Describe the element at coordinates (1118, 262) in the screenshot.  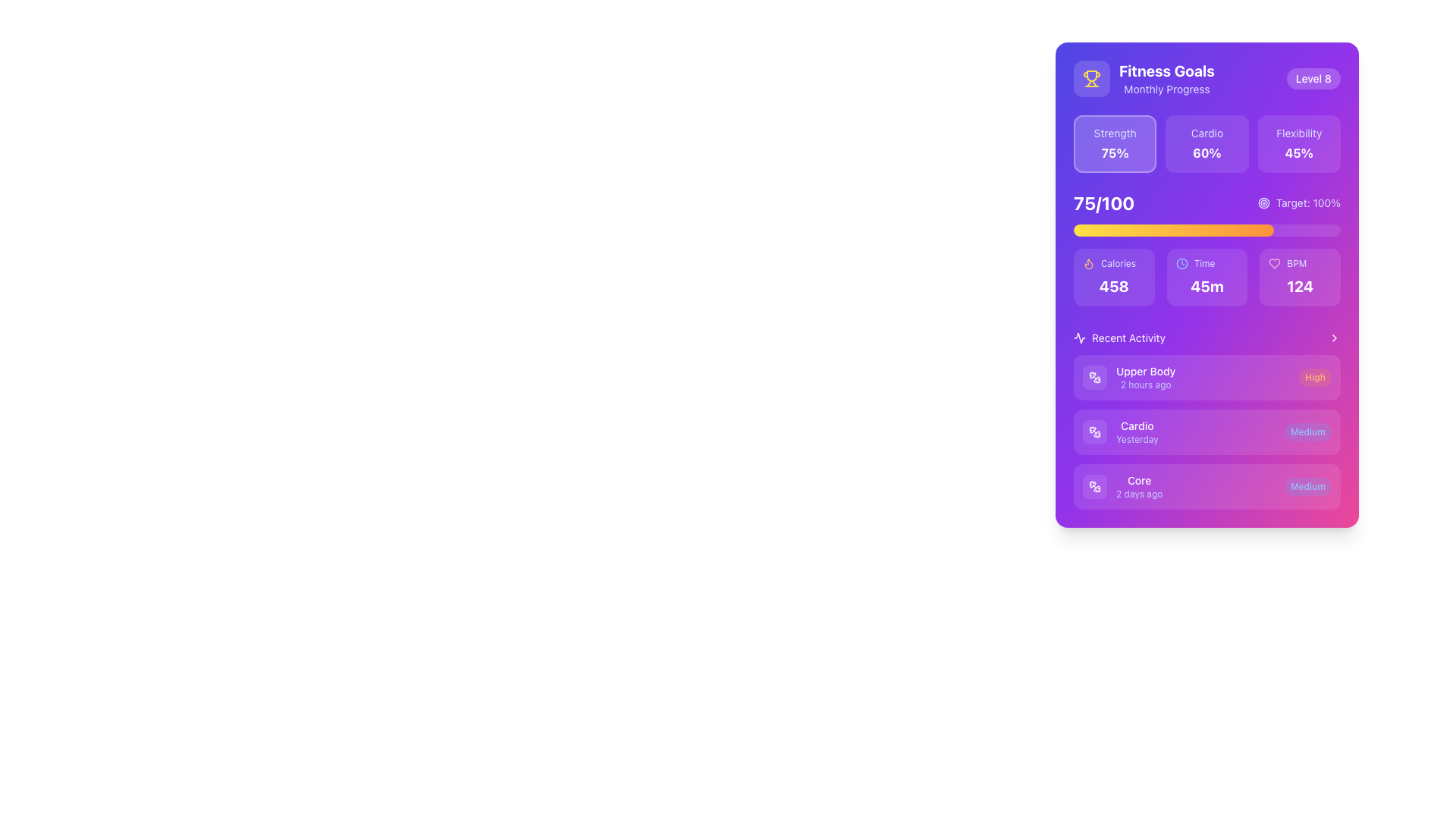
I see `text content of the small text label reading 'Calories', which is styled with a light indigo-blue color and positioned in a fitness tracker widget` at that location.